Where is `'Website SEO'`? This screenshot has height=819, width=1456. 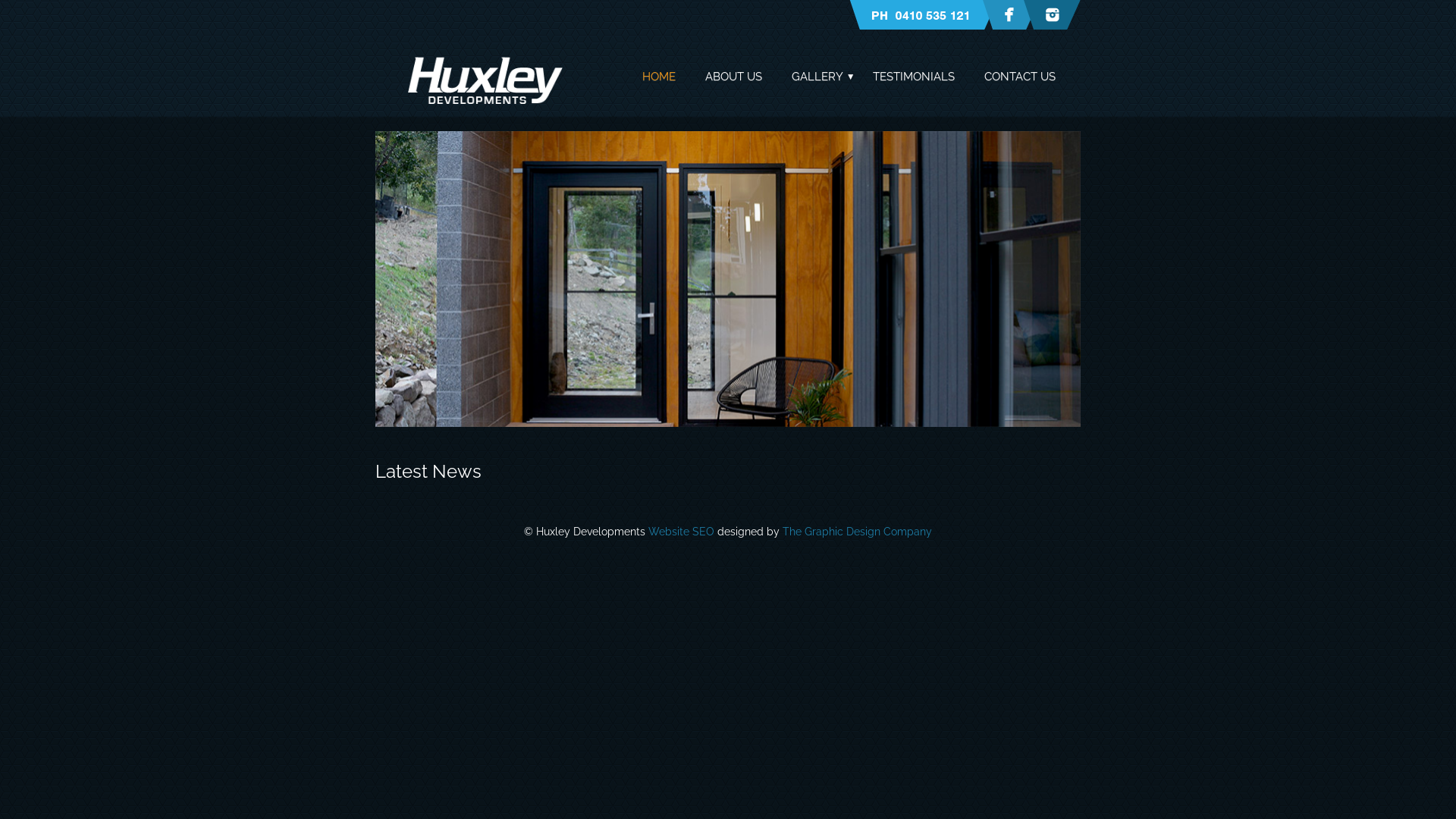
'Website SEO' is located at coordinates (680, 531).